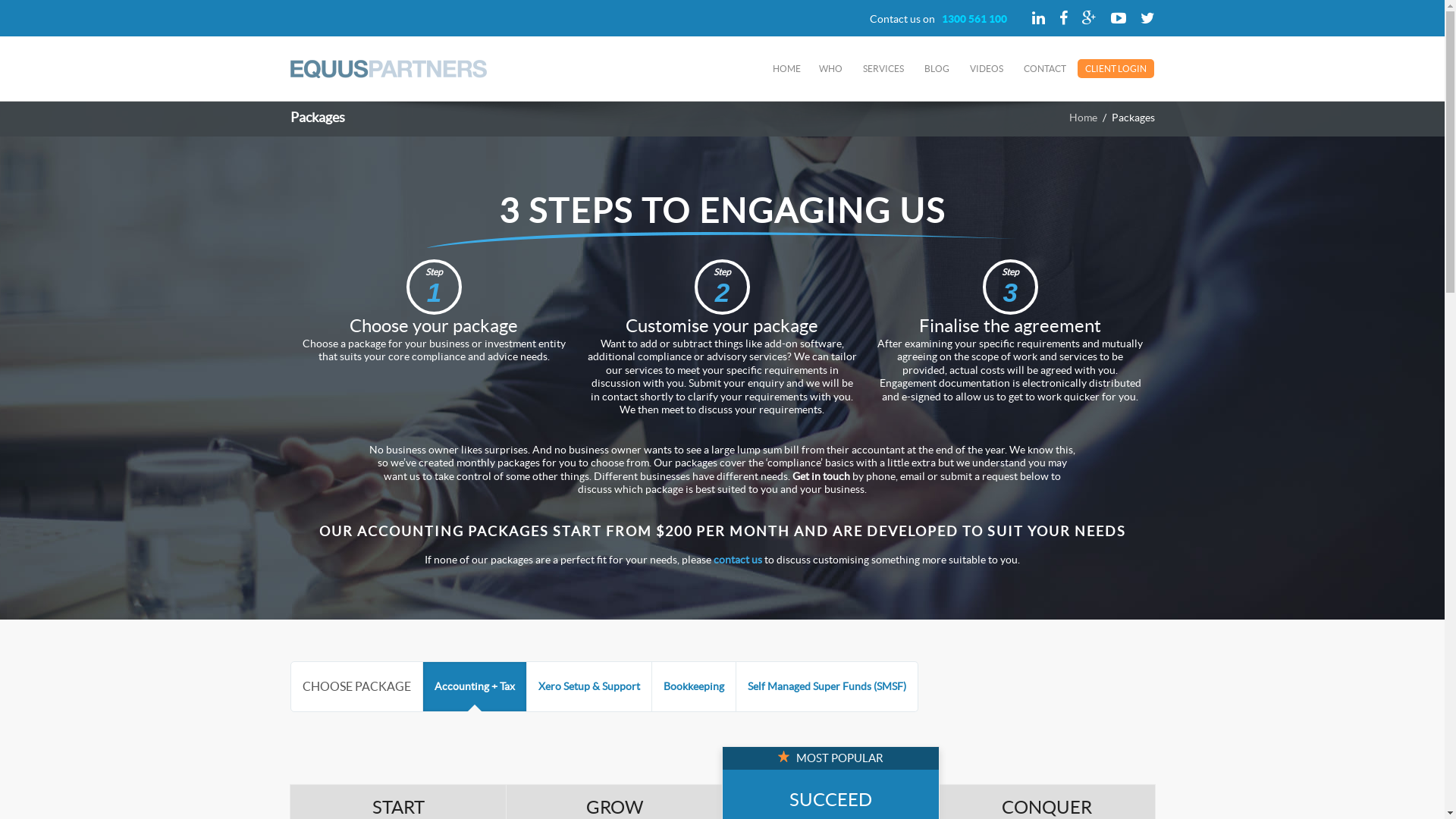 The width and height of the screenshot is (1456, 819). What do you see at coordinates (936, 68) in the screenshot?
I see `'BLOG'` at bounding box center [936, 68].